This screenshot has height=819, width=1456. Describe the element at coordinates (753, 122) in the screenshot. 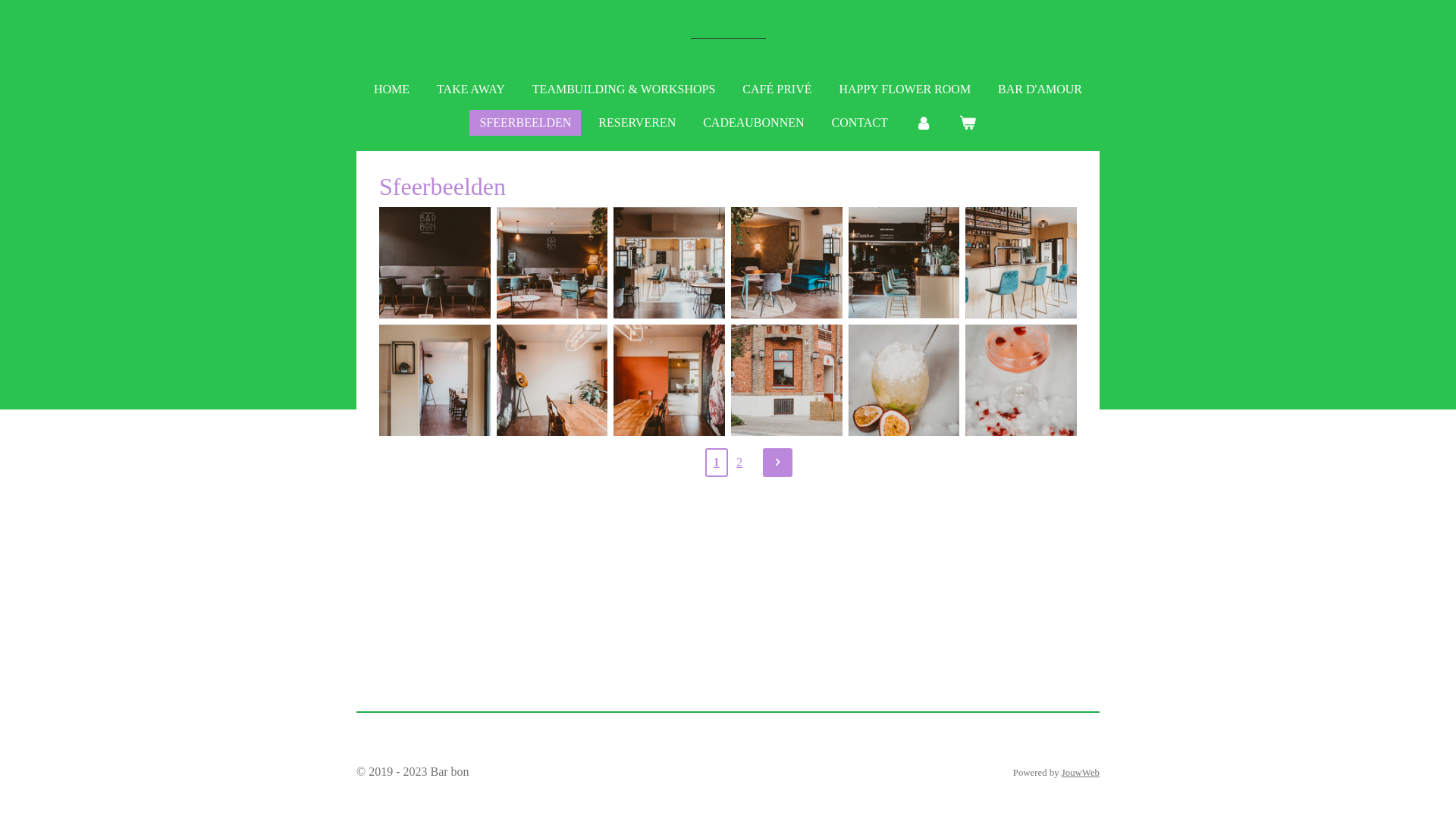

I see `'CADEAUBONNEN'` at that location.